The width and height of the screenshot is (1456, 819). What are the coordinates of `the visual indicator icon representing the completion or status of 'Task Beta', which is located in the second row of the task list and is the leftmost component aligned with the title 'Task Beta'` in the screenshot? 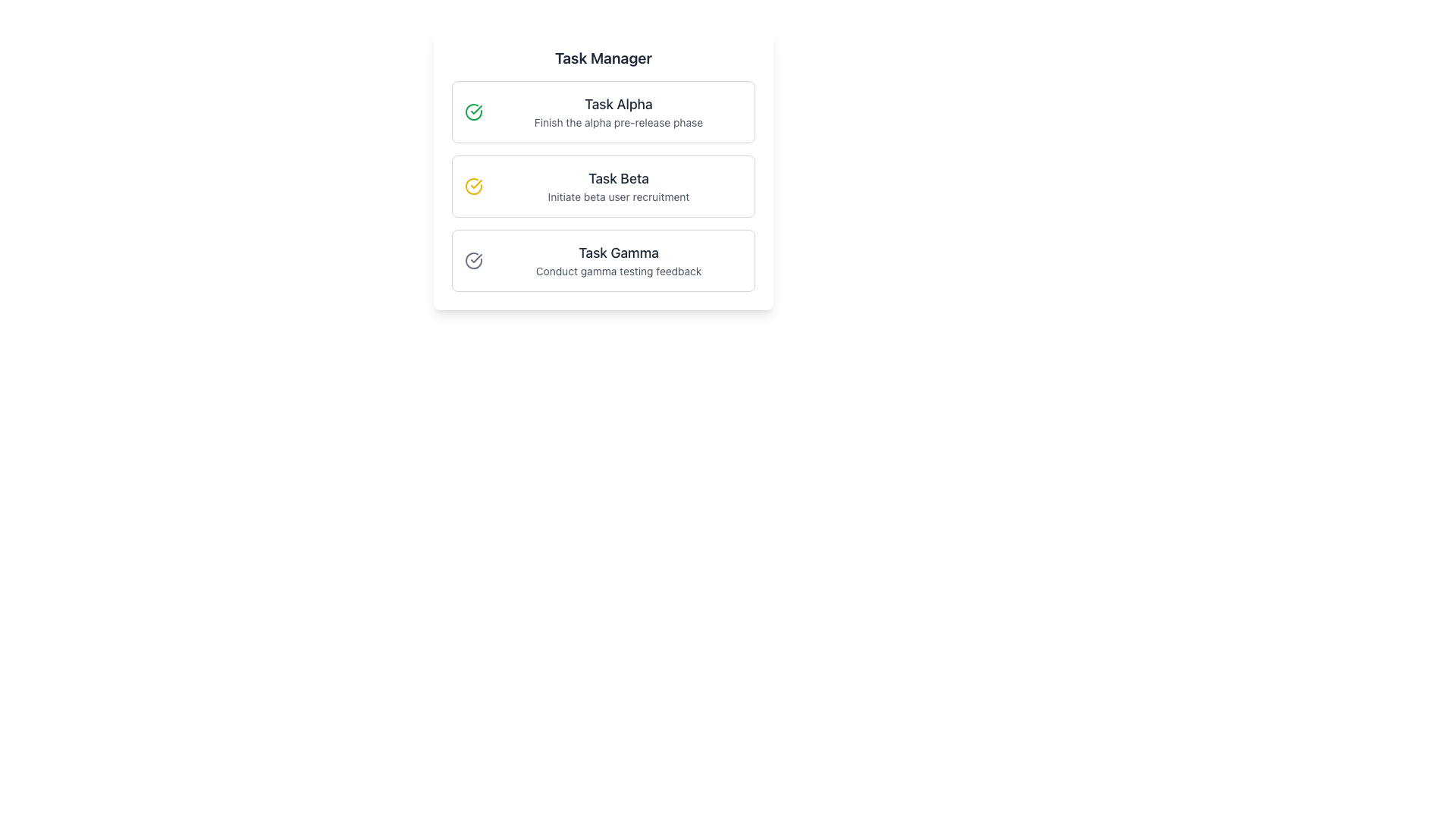 It's located at (472, 186).